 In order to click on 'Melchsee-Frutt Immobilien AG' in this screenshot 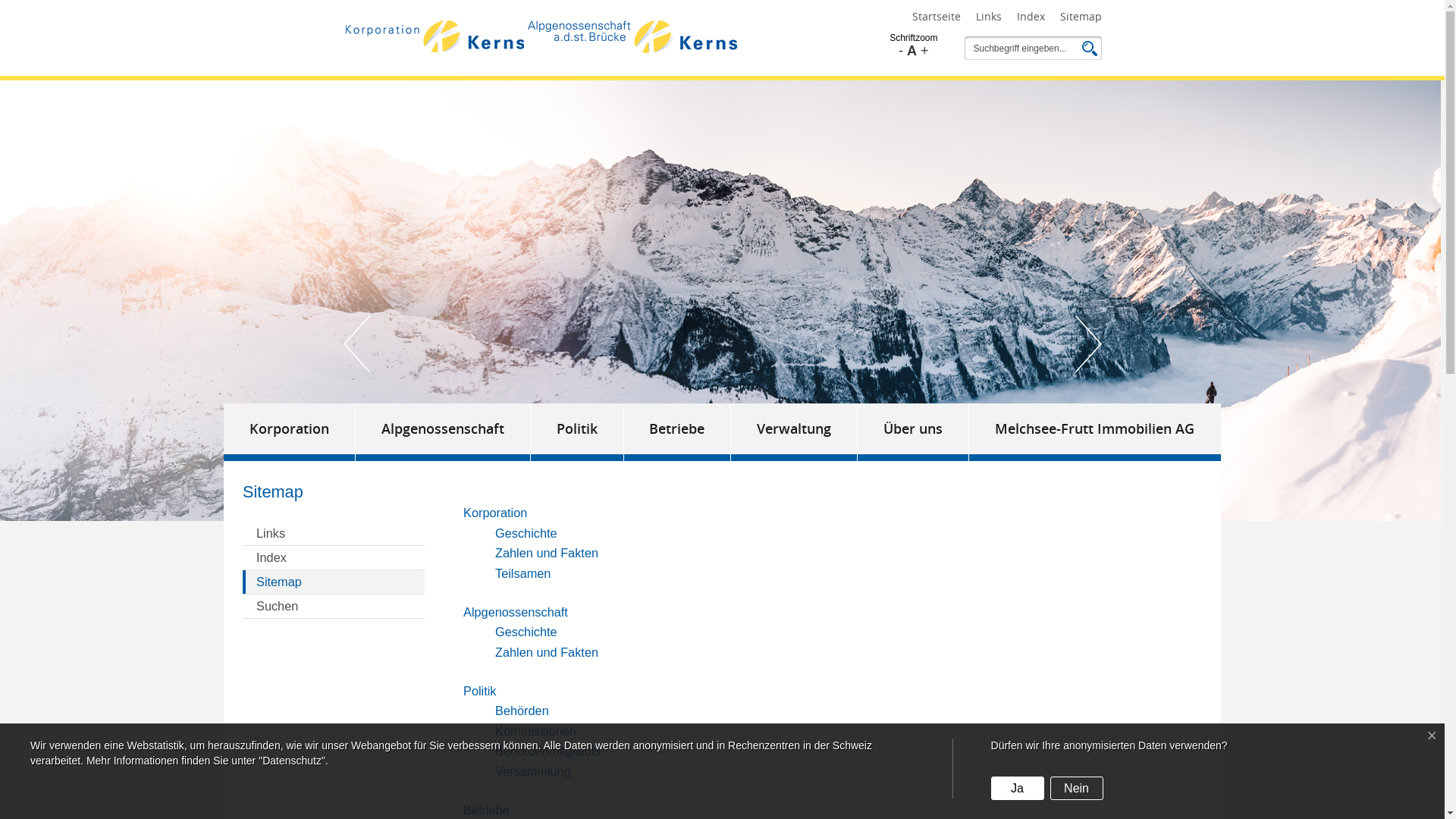, I will do `click(1095, 432)`.